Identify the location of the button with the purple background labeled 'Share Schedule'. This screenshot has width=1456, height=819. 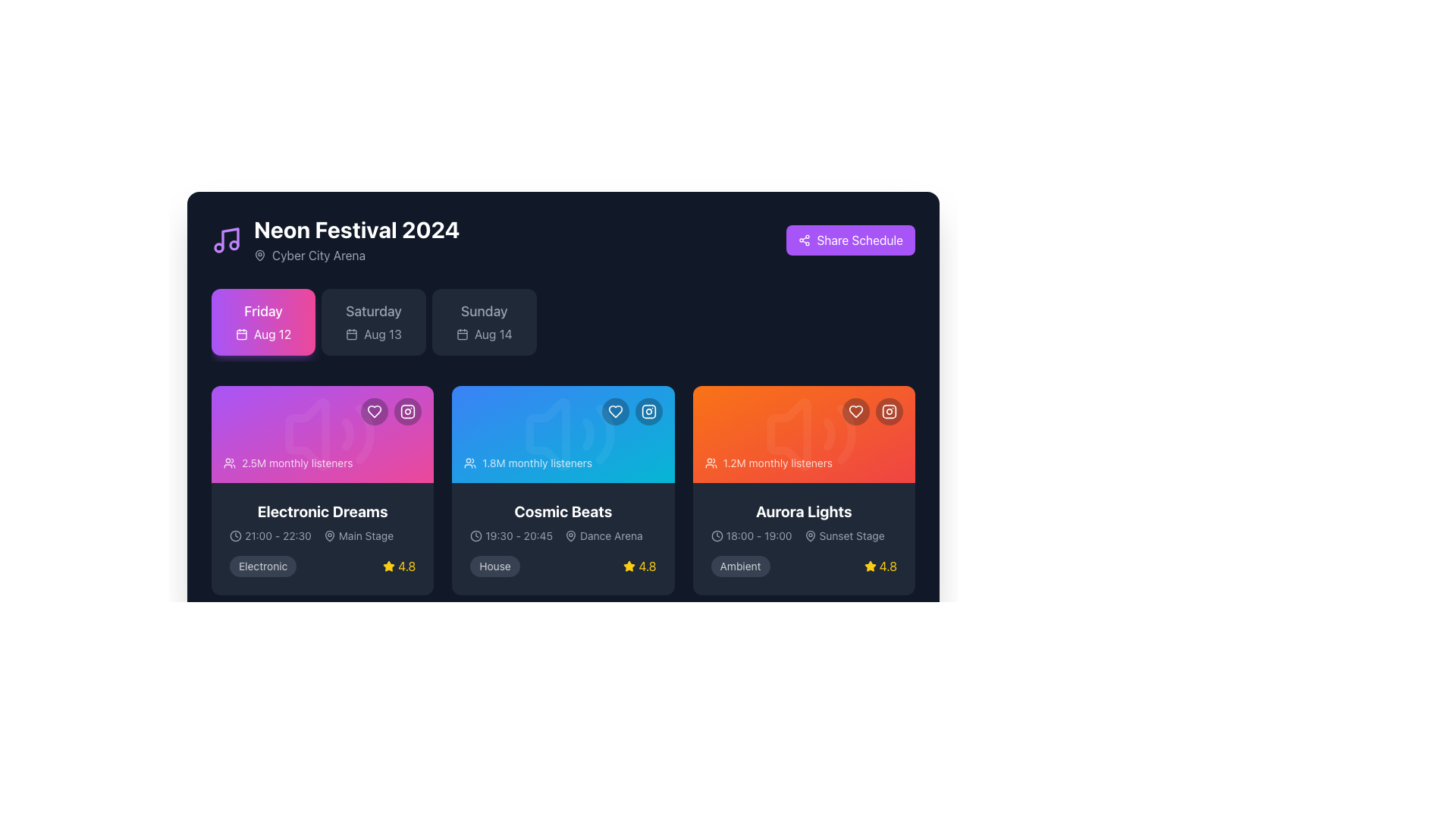
(851, 239).